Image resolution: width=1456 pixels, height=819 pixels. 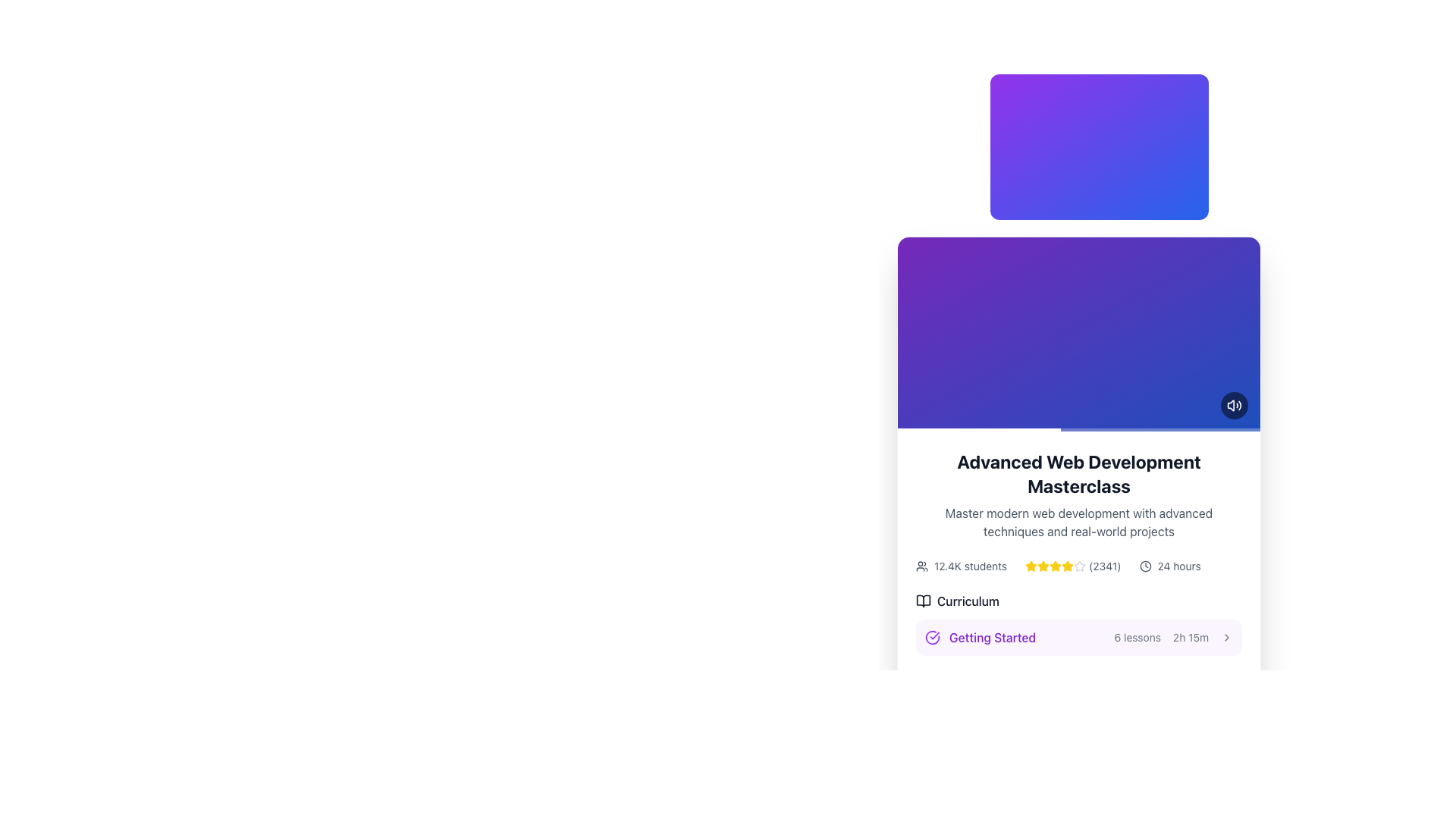 I want to click on the second yellow star icon in the 5-star rating system for the course 'Advanced Web Development Masterclass', so click(x=1031, y=566).